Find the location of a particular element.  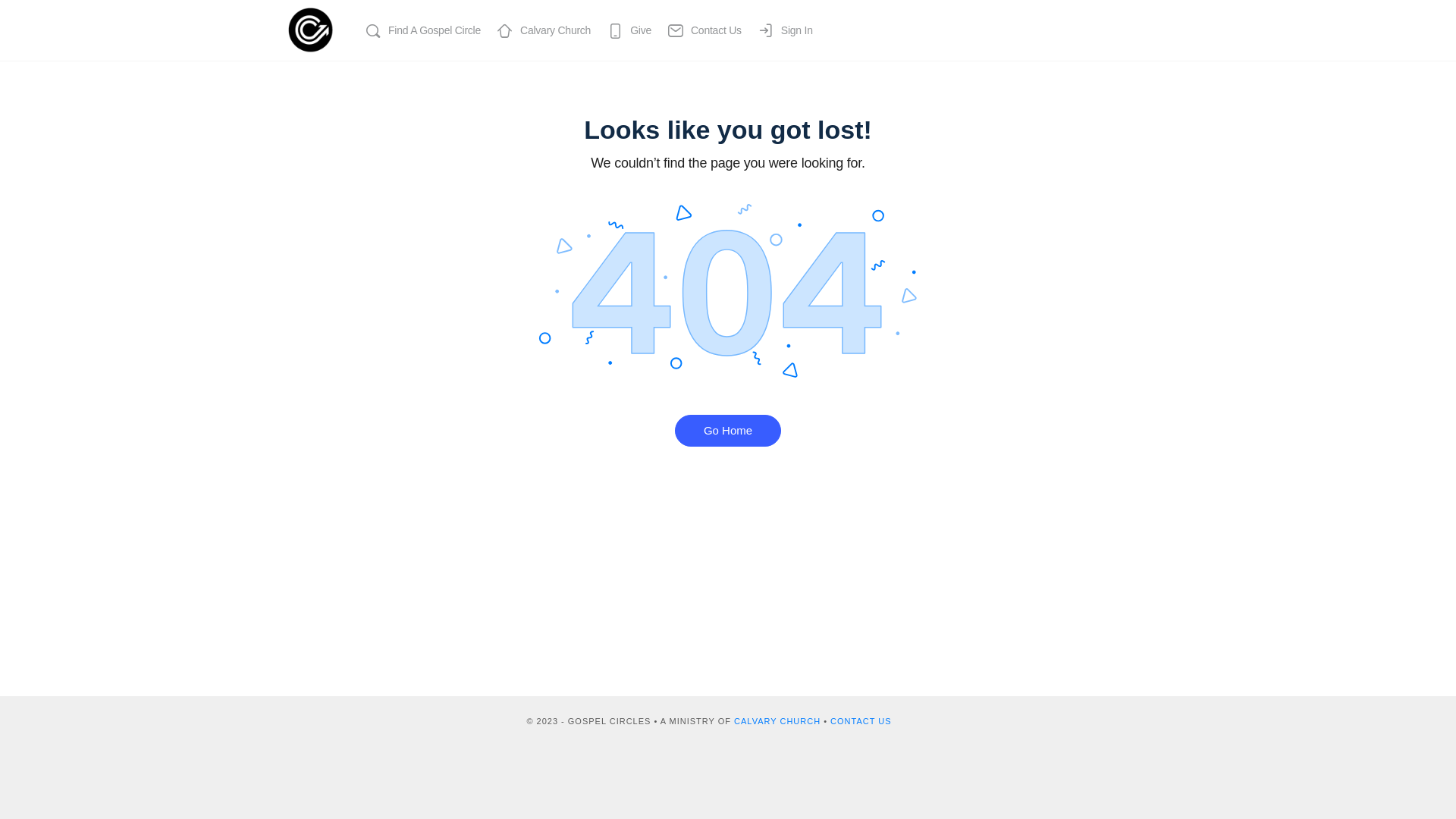

'Contact Us' is located at coordinates (703, 30).